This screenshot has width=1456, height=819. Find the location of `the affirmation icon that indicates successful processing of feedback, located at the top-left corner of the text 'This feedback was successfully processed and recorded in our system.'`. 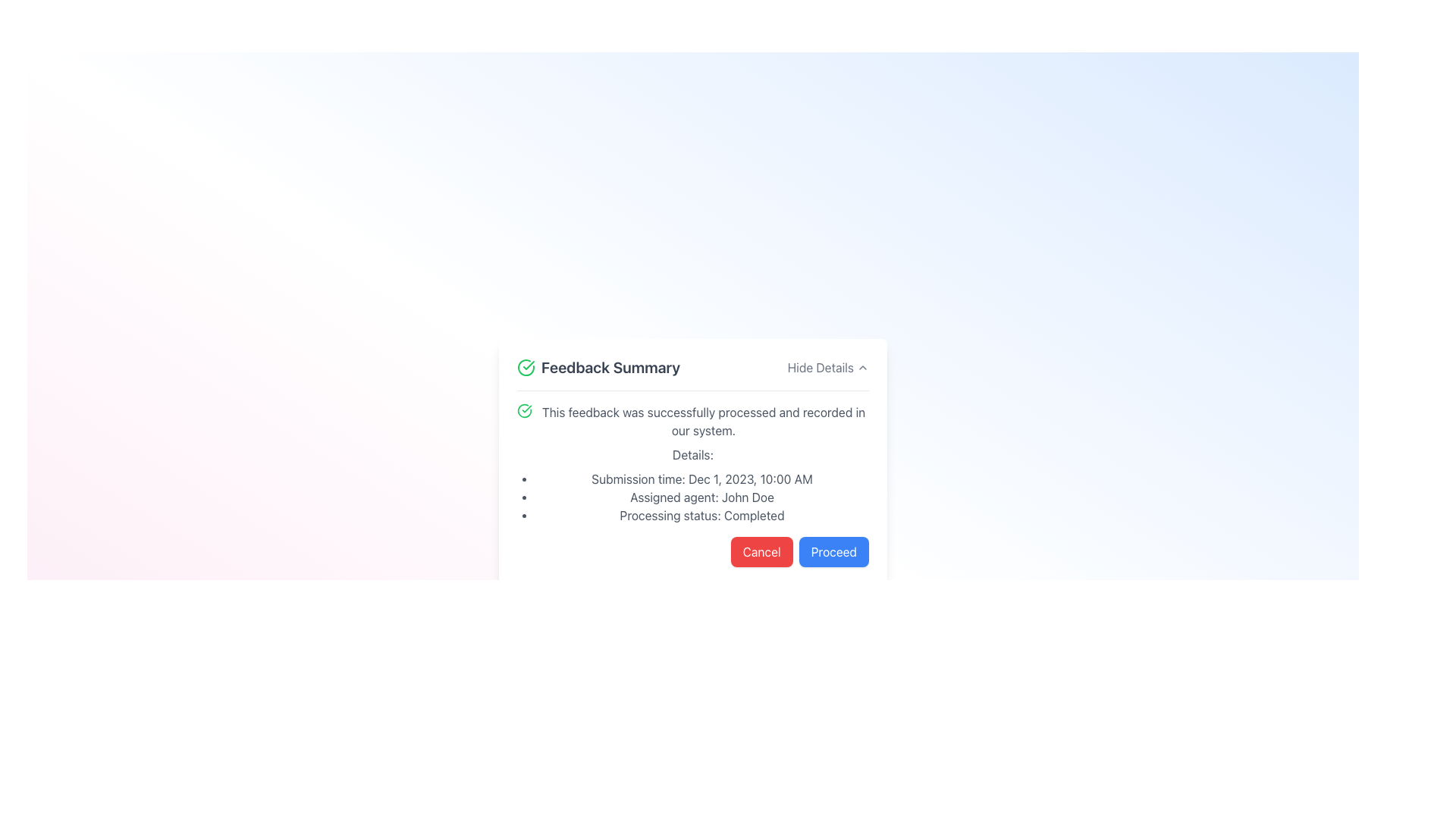

the affirmation icon that indicates successful processing of feedback, located at the top-left corner of the text 'This feedback was successfully processed and recorded in our system.' is located at coordinates (524, 409).